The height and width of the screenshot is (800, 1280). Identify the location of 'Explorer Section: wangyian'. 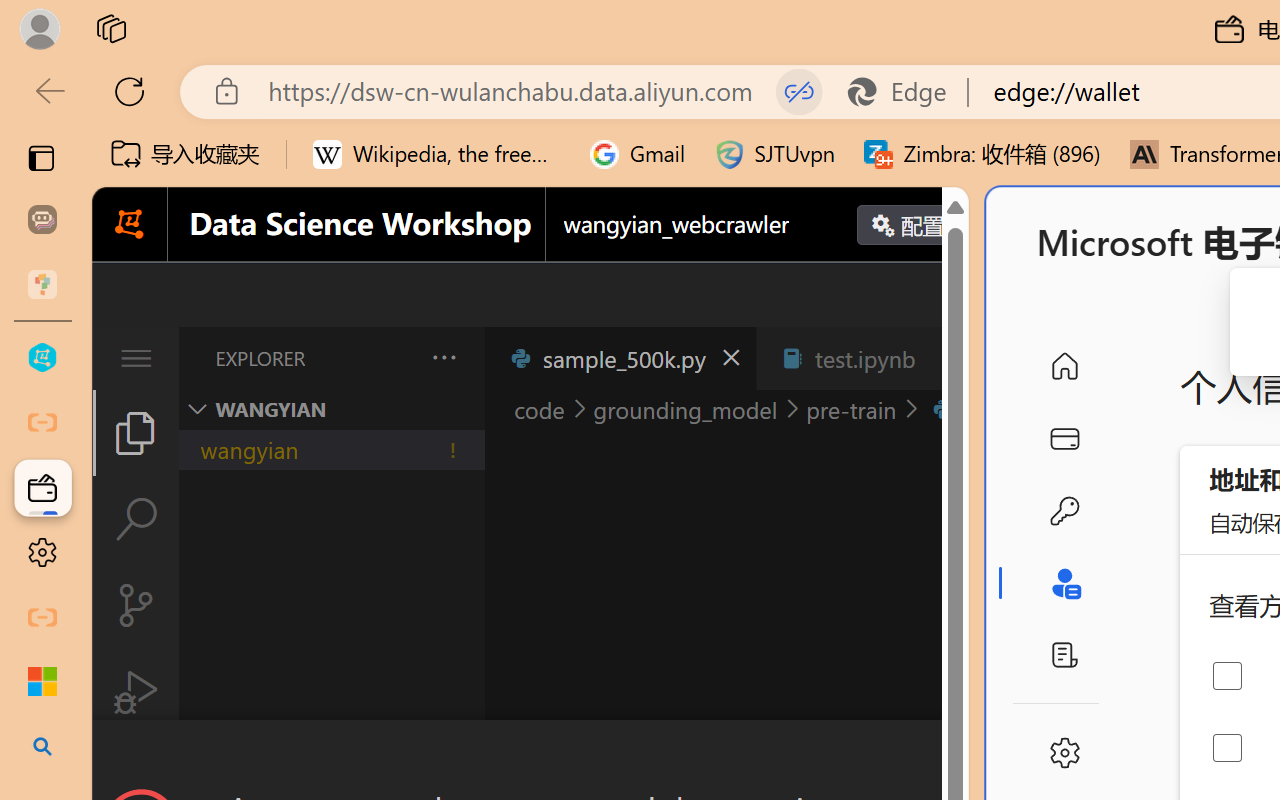
(331, 409).